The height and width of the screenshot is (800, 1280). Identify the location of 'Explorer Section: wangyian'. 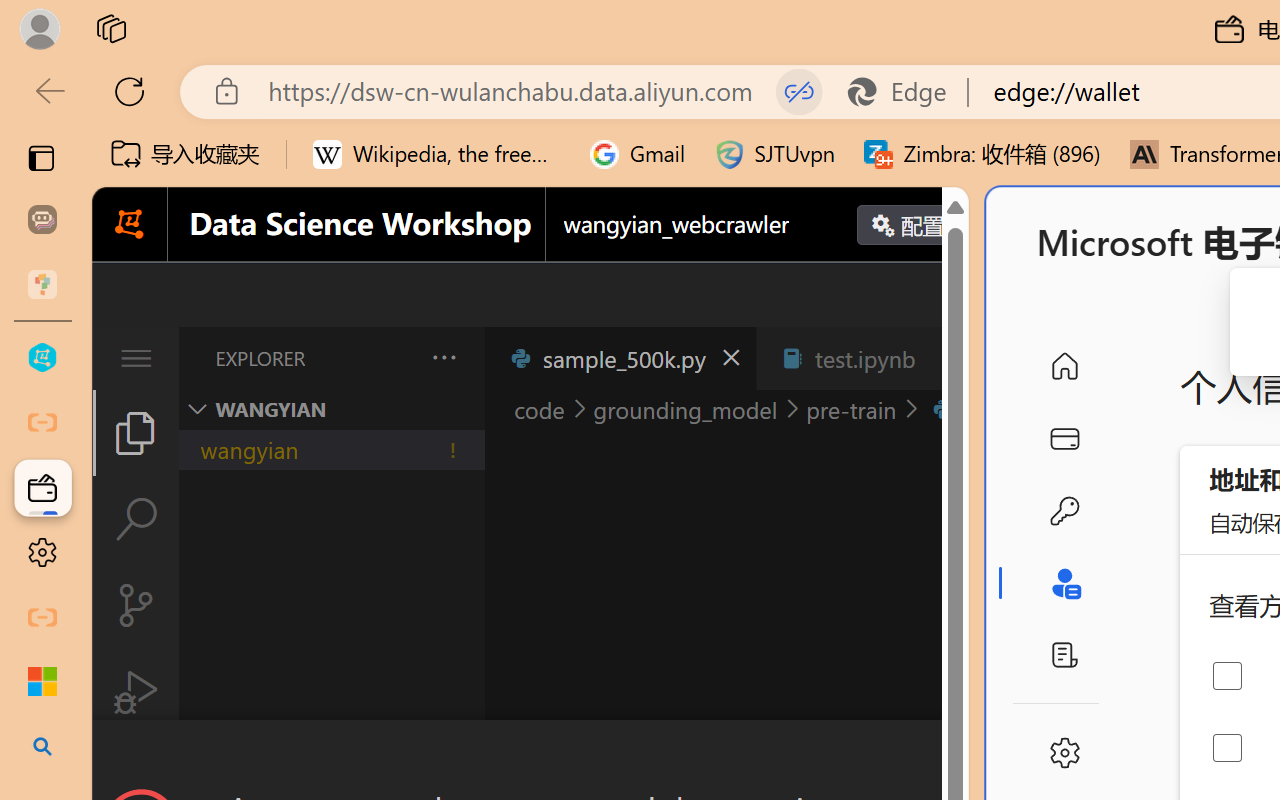
(331, 409).